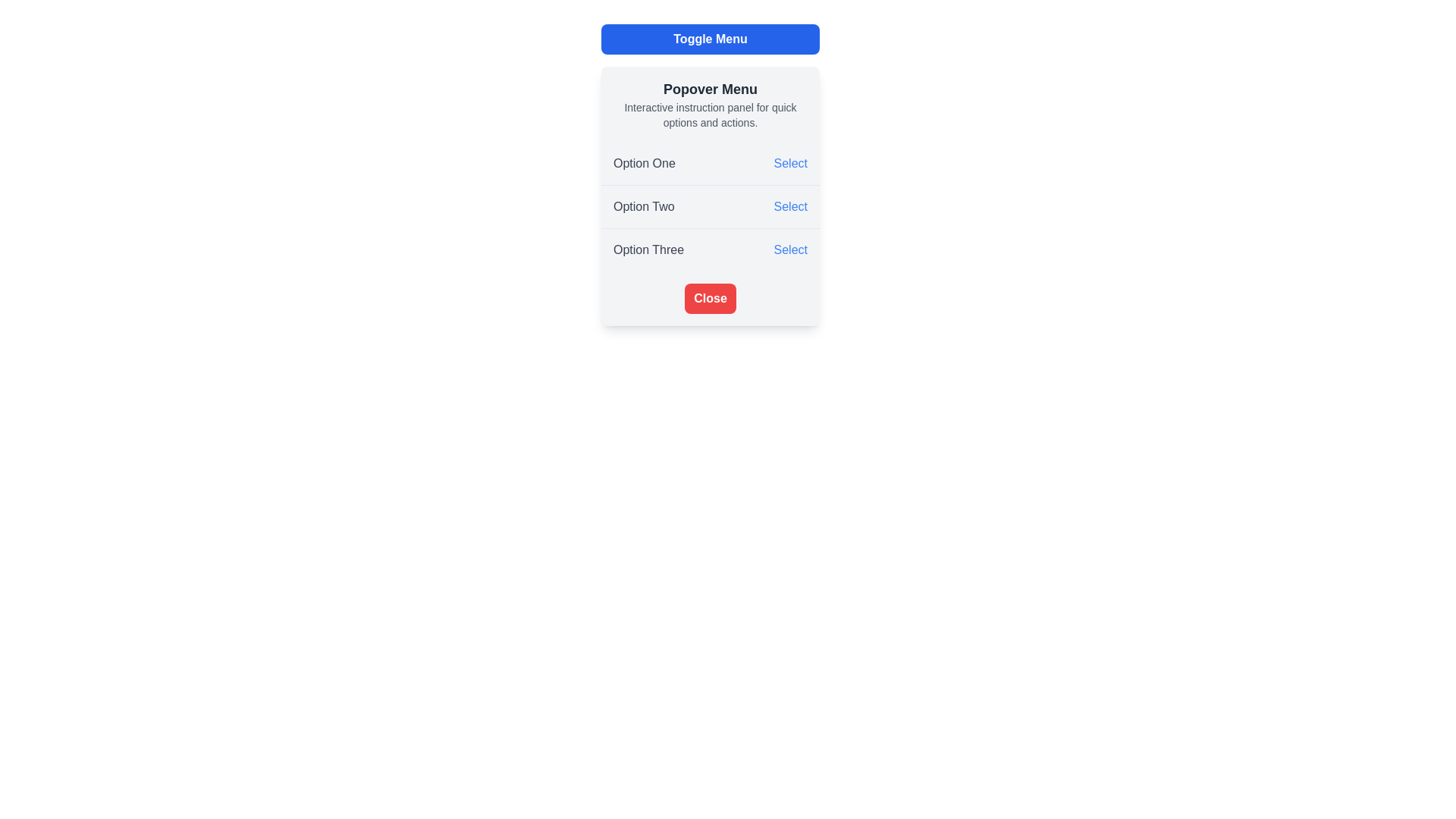  What do you see at coordinates (789, 249) in the screenshot?
I see `the 'Select' button-like hyperlink located on the right side of the 'Option Three' row in the 'Popover Menu' dialog` at bounding box center [789, 249].